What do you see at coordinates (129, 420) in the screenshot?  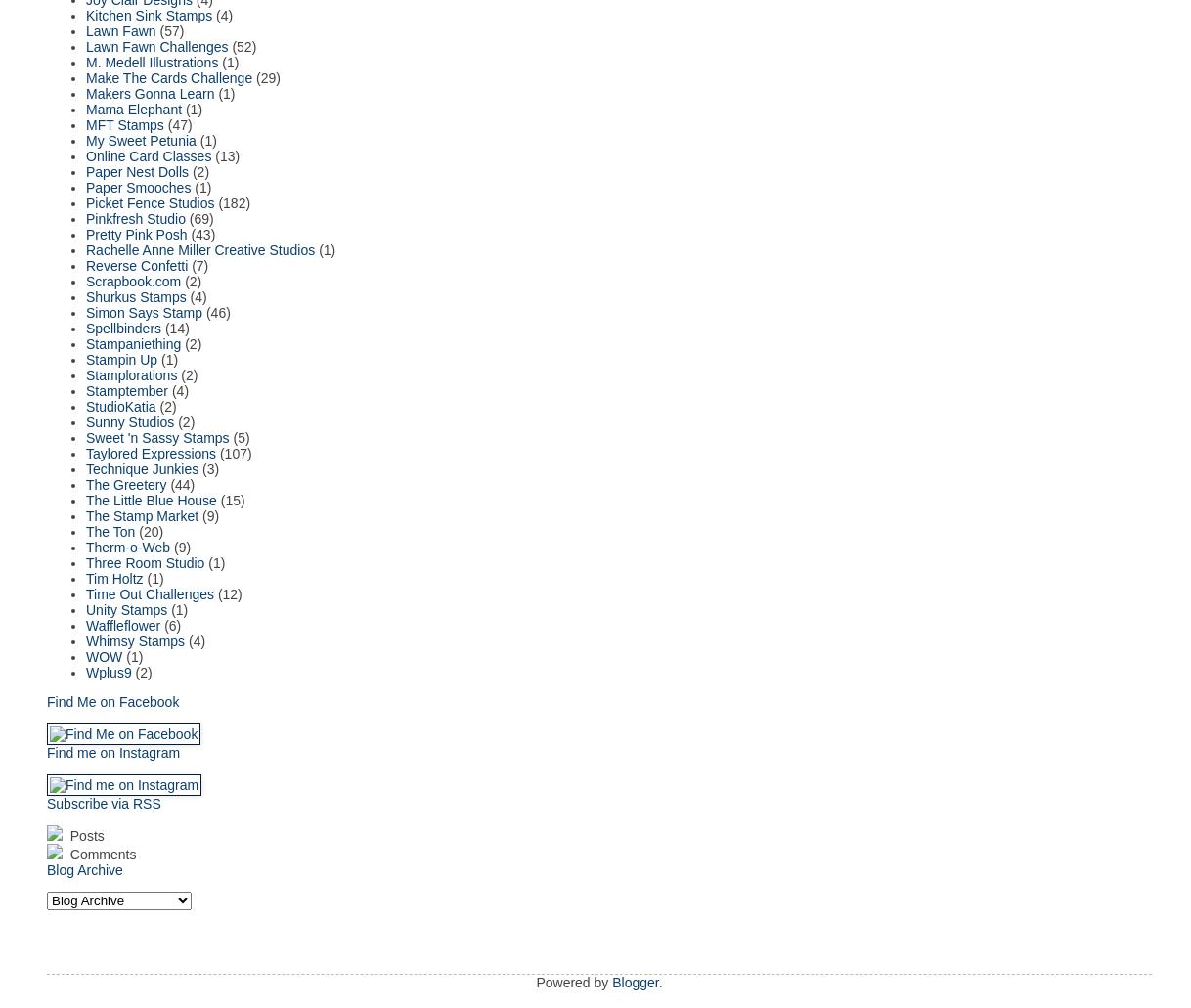 I see `'Sunny Studios'` at bounding box center [129, 420].